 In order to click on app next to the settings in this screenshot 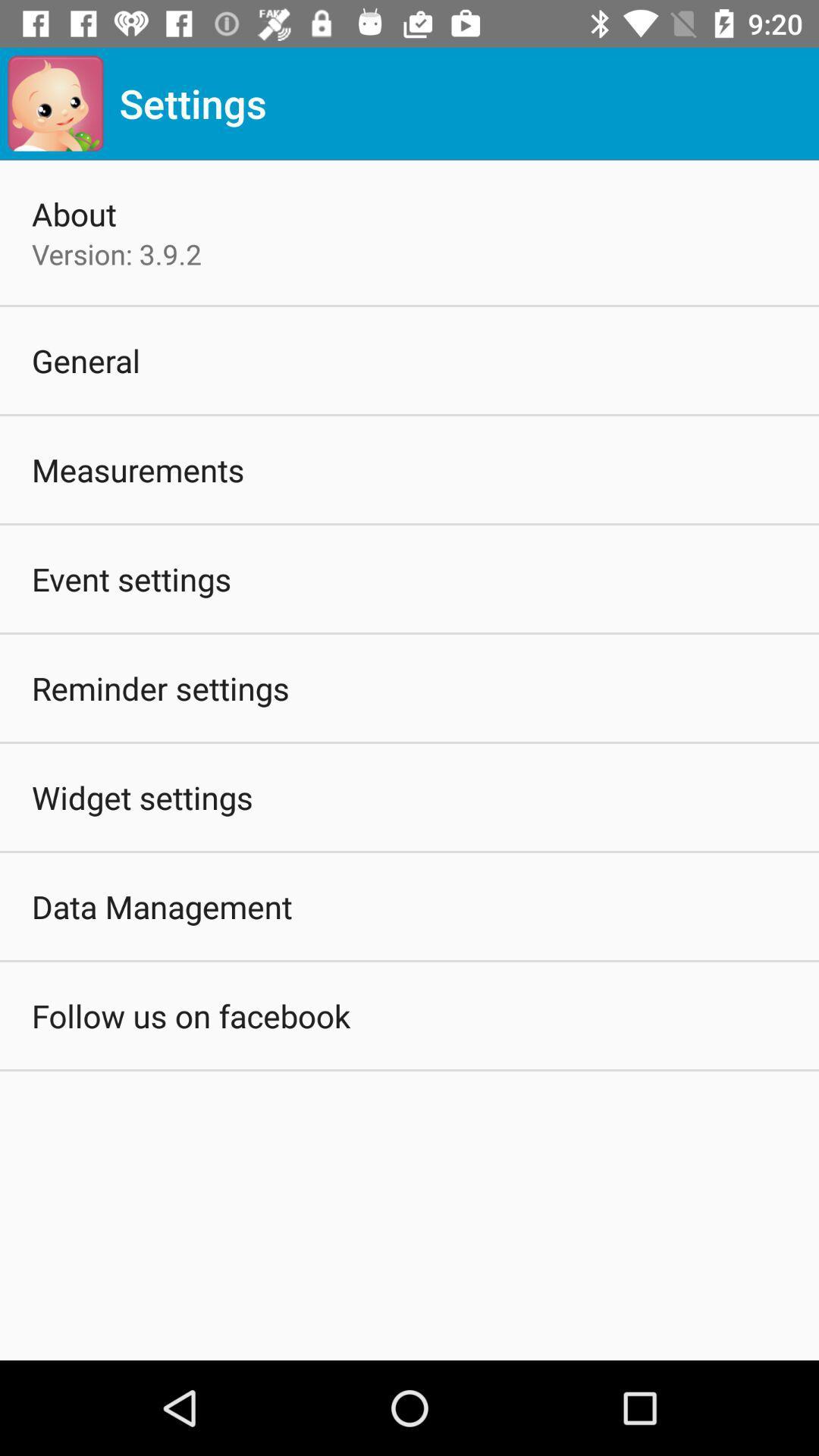, I will do `click(55, 102)`.